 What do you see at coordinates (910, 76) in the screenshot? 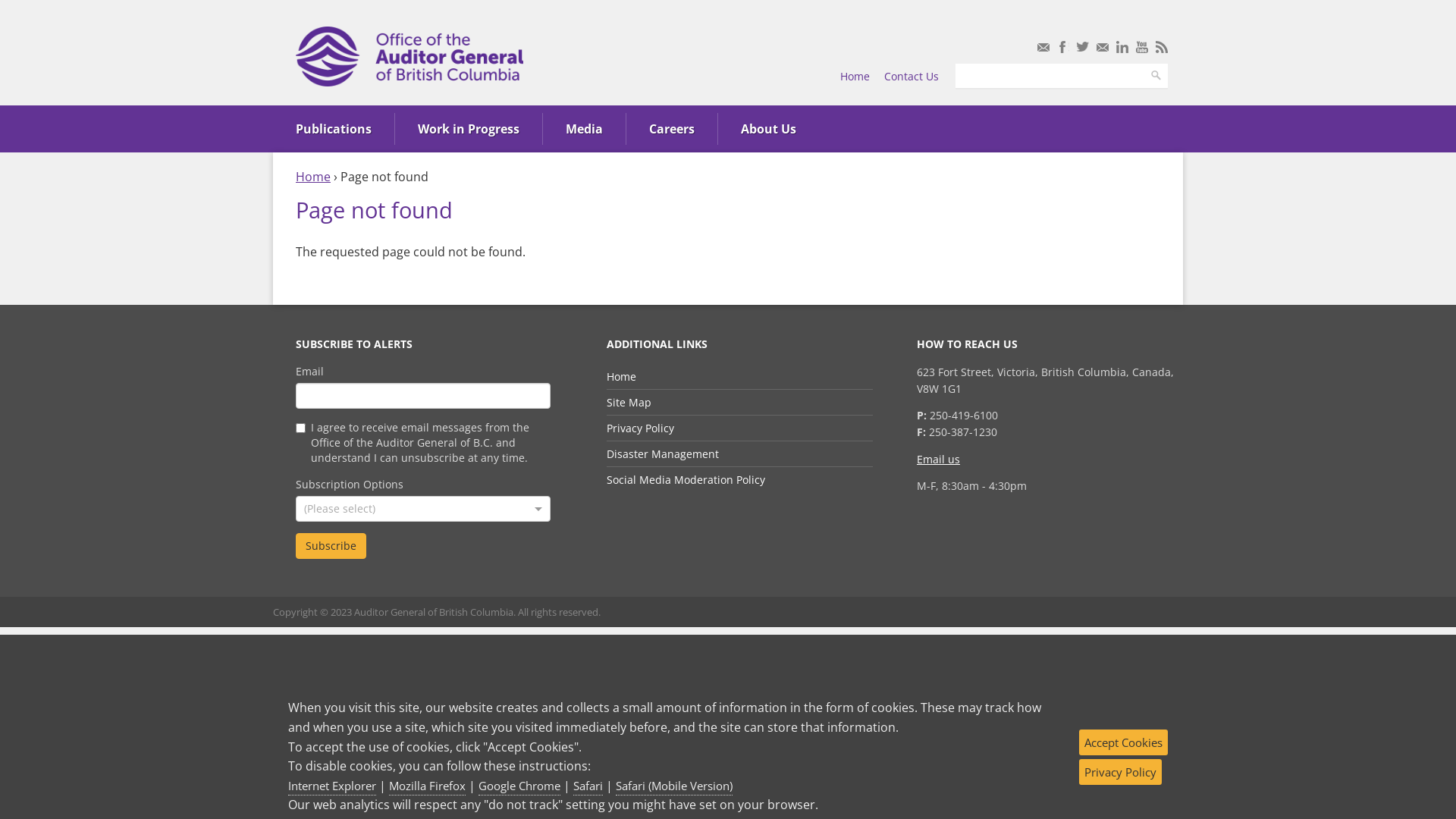
I see `'Contact Us'` at bounding box center [910, 76].